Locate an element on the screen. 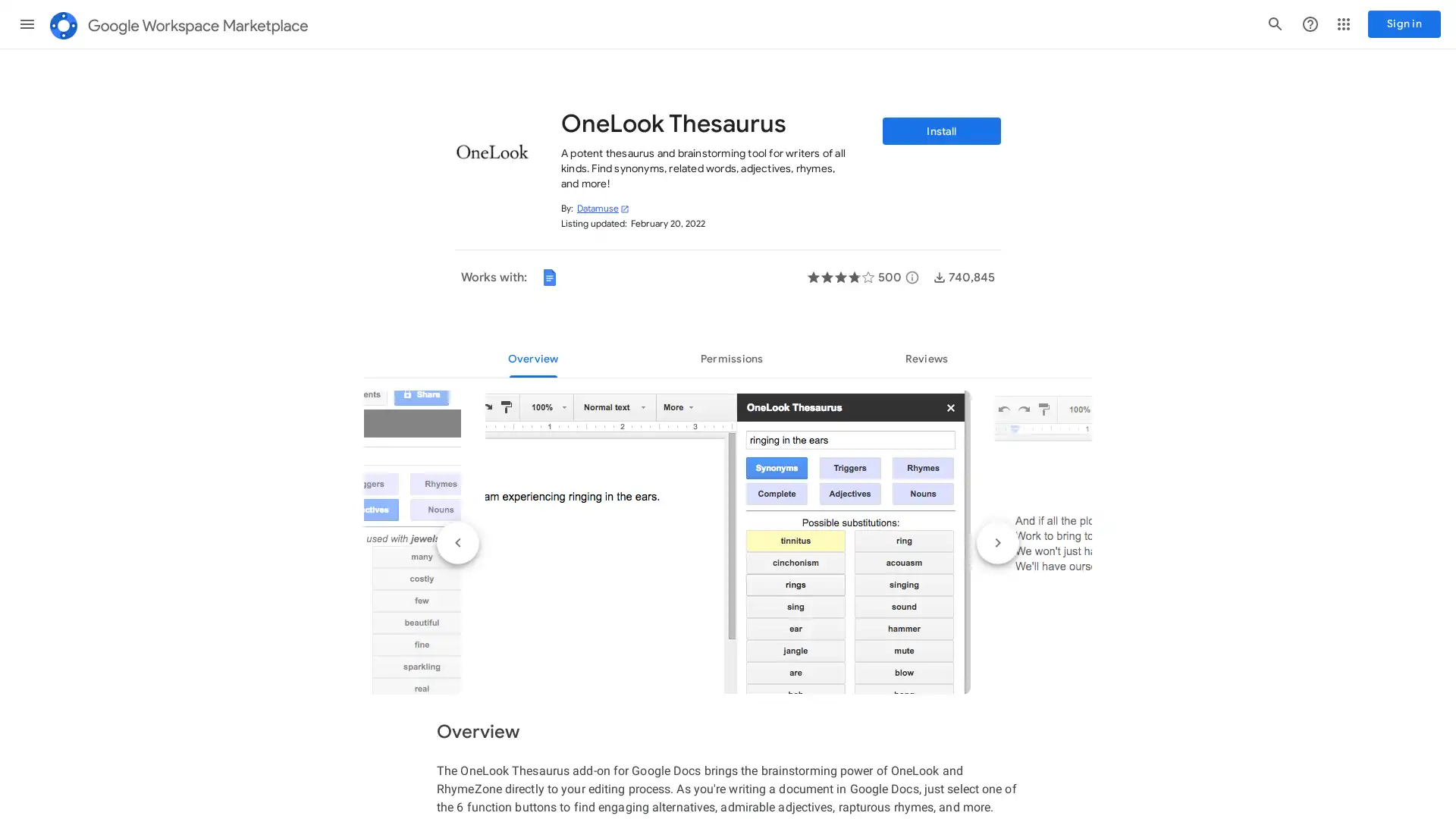 This screenshot has height=819, width=1456. Google apps is located at coordinates (1343, 24).